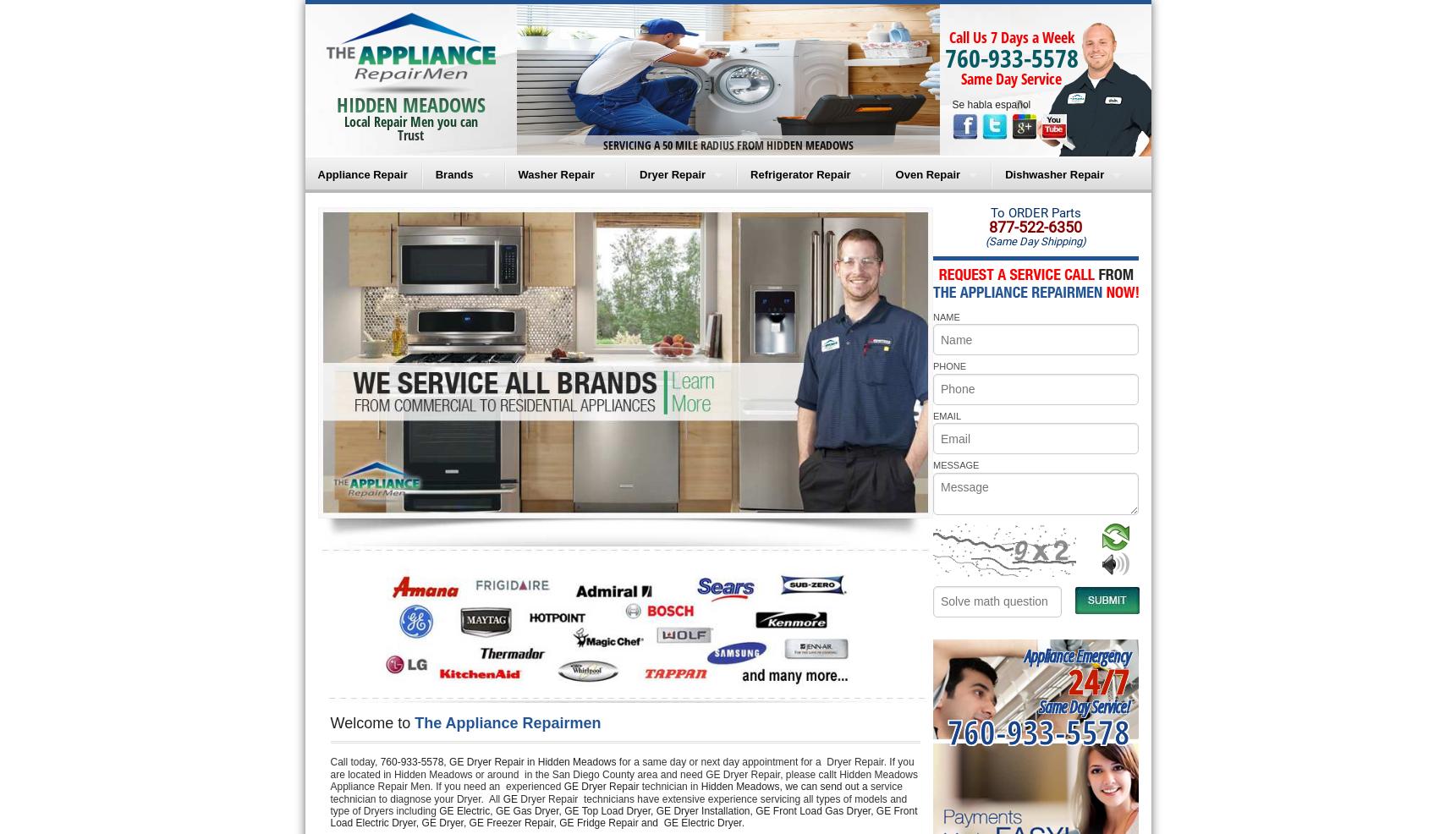 The width and height of the screenshot is (1456, 834). What do you see at coordinates (726, 144) in the screenshot?
I see `'SERVICING A 50 MILE RADIUS FROM HIDDEN MEADOWS'` at bounding box center [726, 144].